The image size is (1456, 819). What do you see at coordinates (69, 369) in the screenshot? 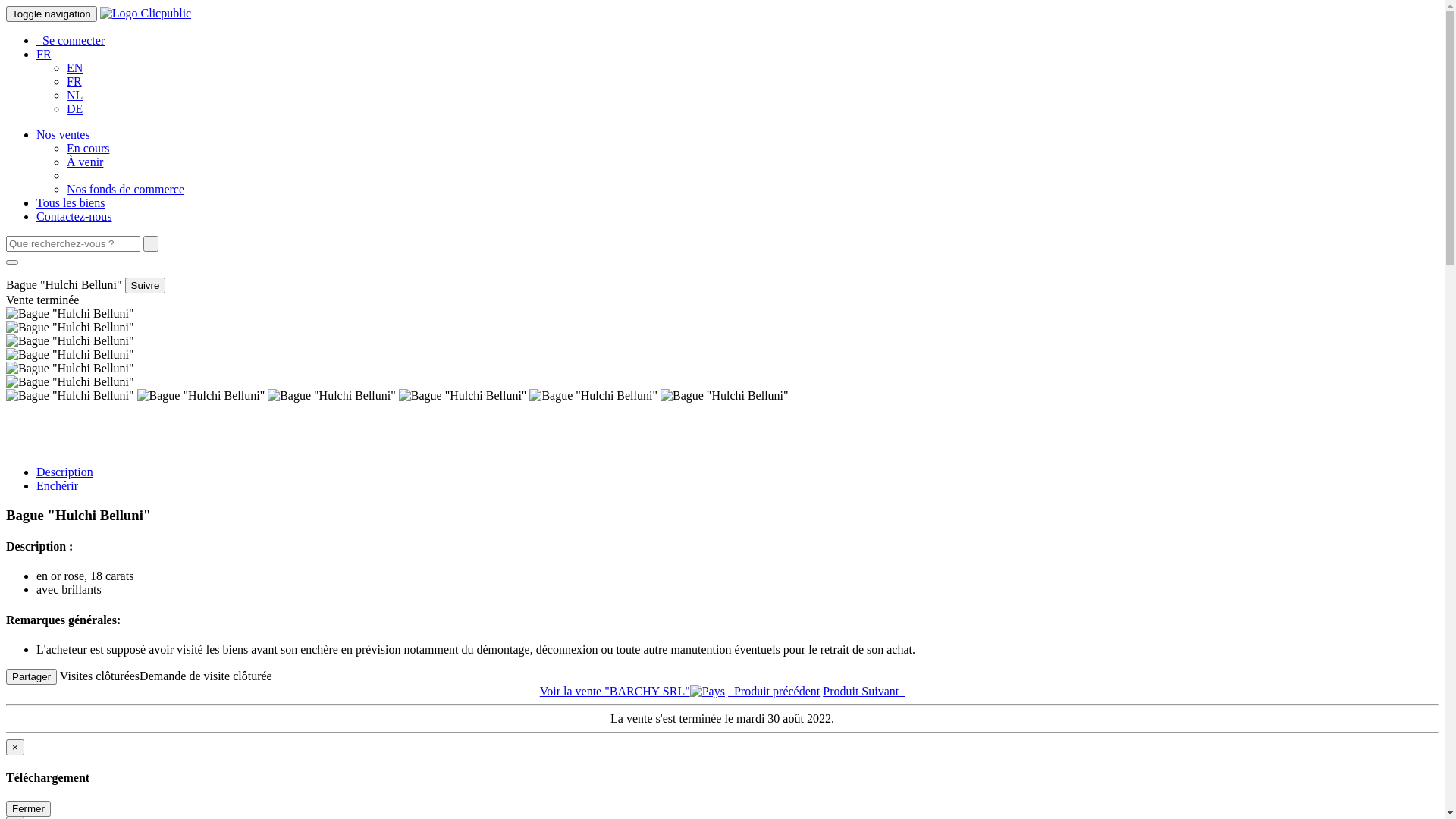
I see `'Bague "Hulchi Belluni"'` at bounding box center [69, 369].